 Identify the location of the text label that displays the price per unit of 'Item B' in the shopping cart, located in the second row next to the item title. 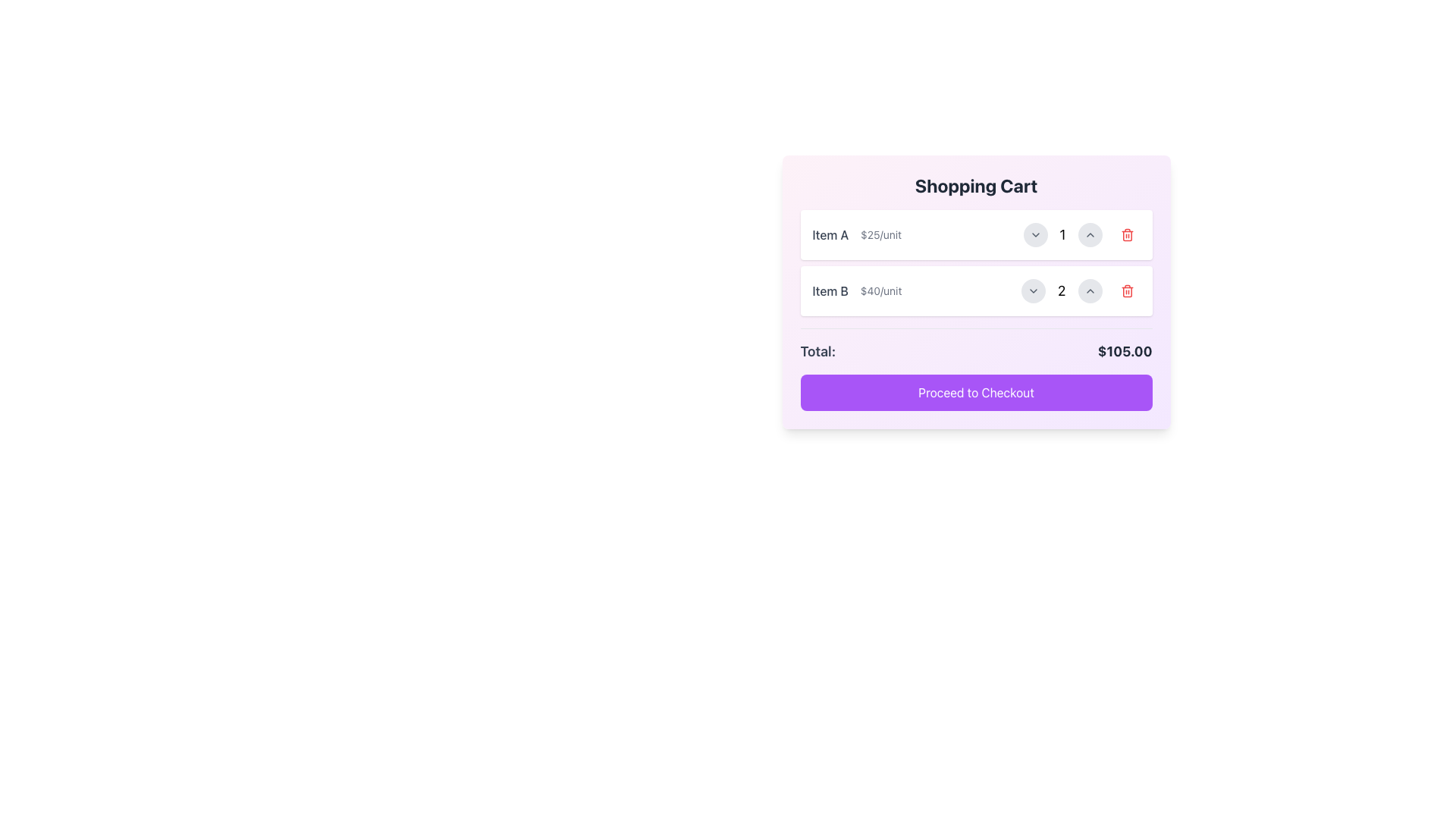
(881, 291).